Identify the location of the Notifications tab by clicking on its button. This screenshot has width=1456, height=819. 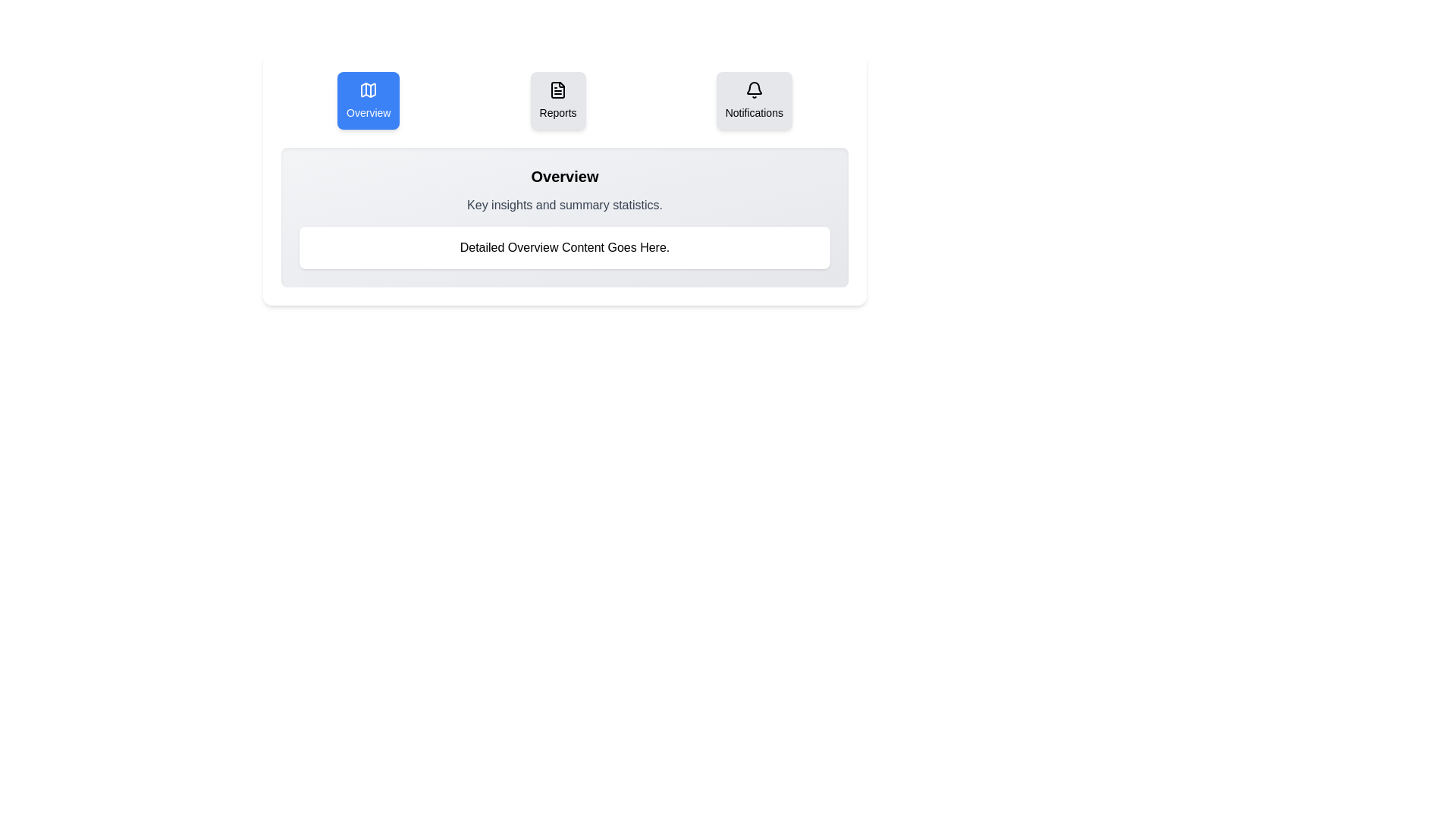
(754, 100).